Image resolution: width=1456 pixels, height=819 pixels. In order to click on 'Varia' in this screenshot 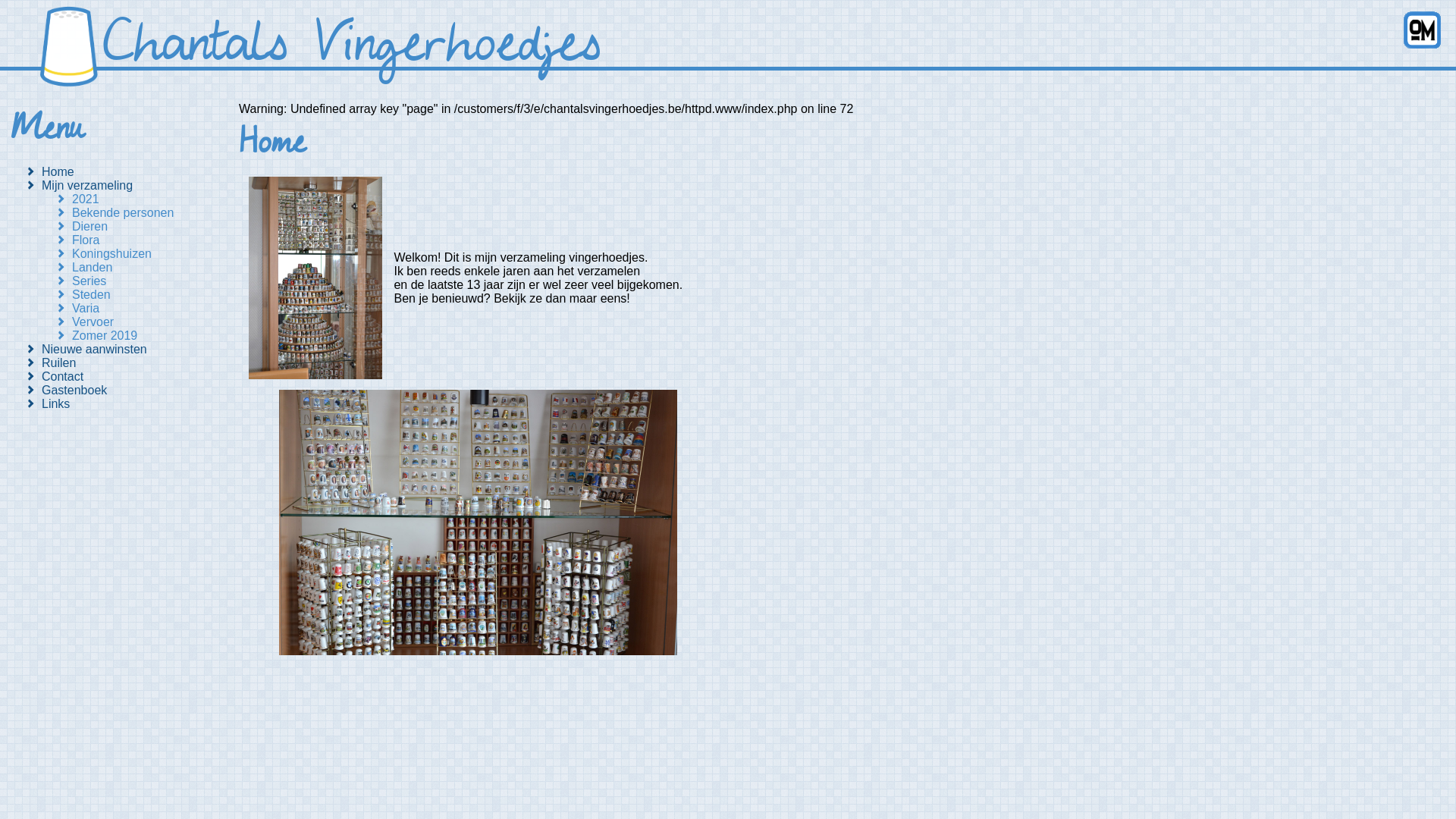, I will do `click(144, 308)`.